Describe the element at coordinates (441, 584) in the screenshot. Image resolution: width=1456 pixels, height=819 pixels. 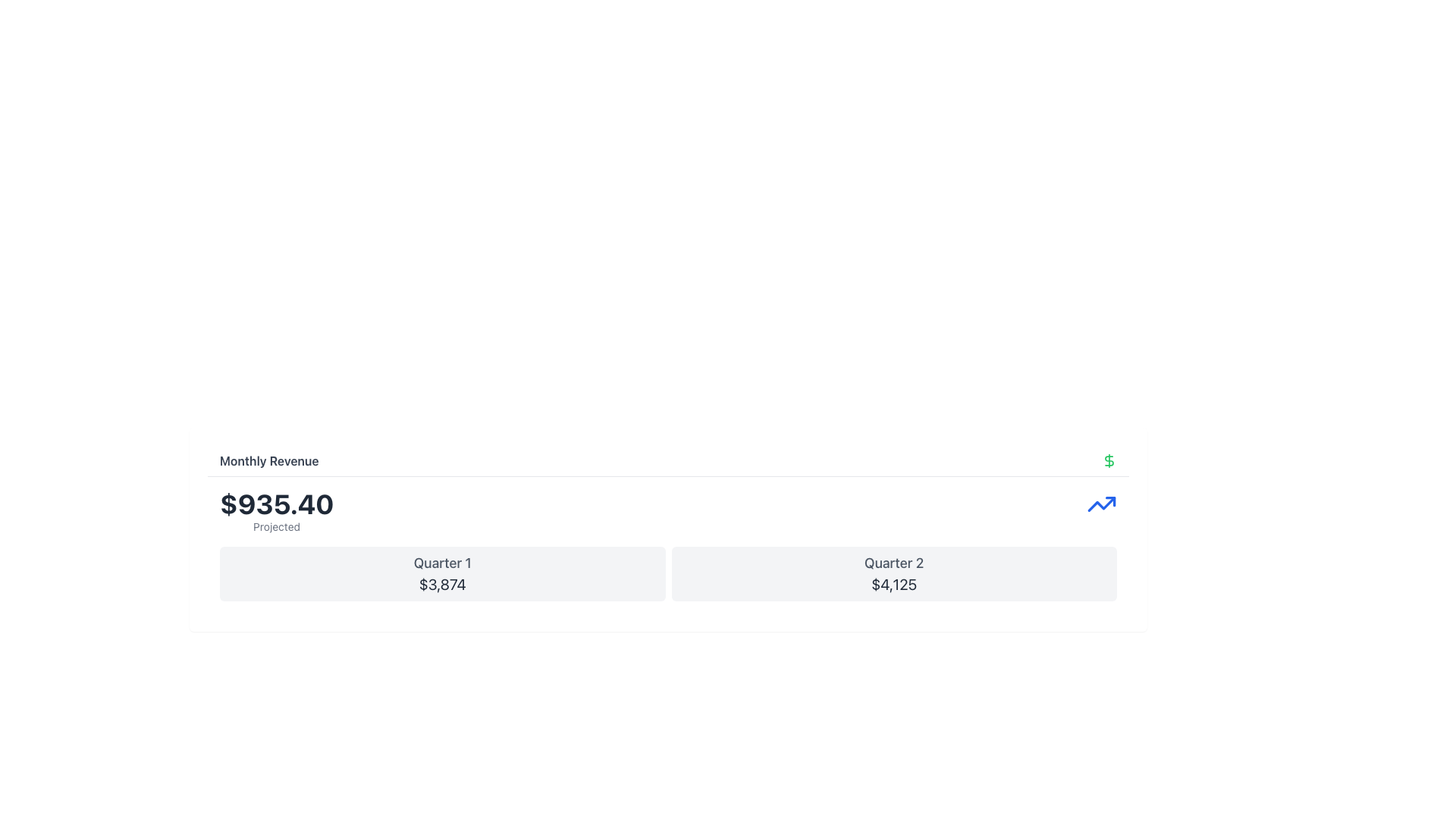
I see `the text label displaying the value '$3,874' that is positioned below 'Quarter 1' in a card-like section` at that location.